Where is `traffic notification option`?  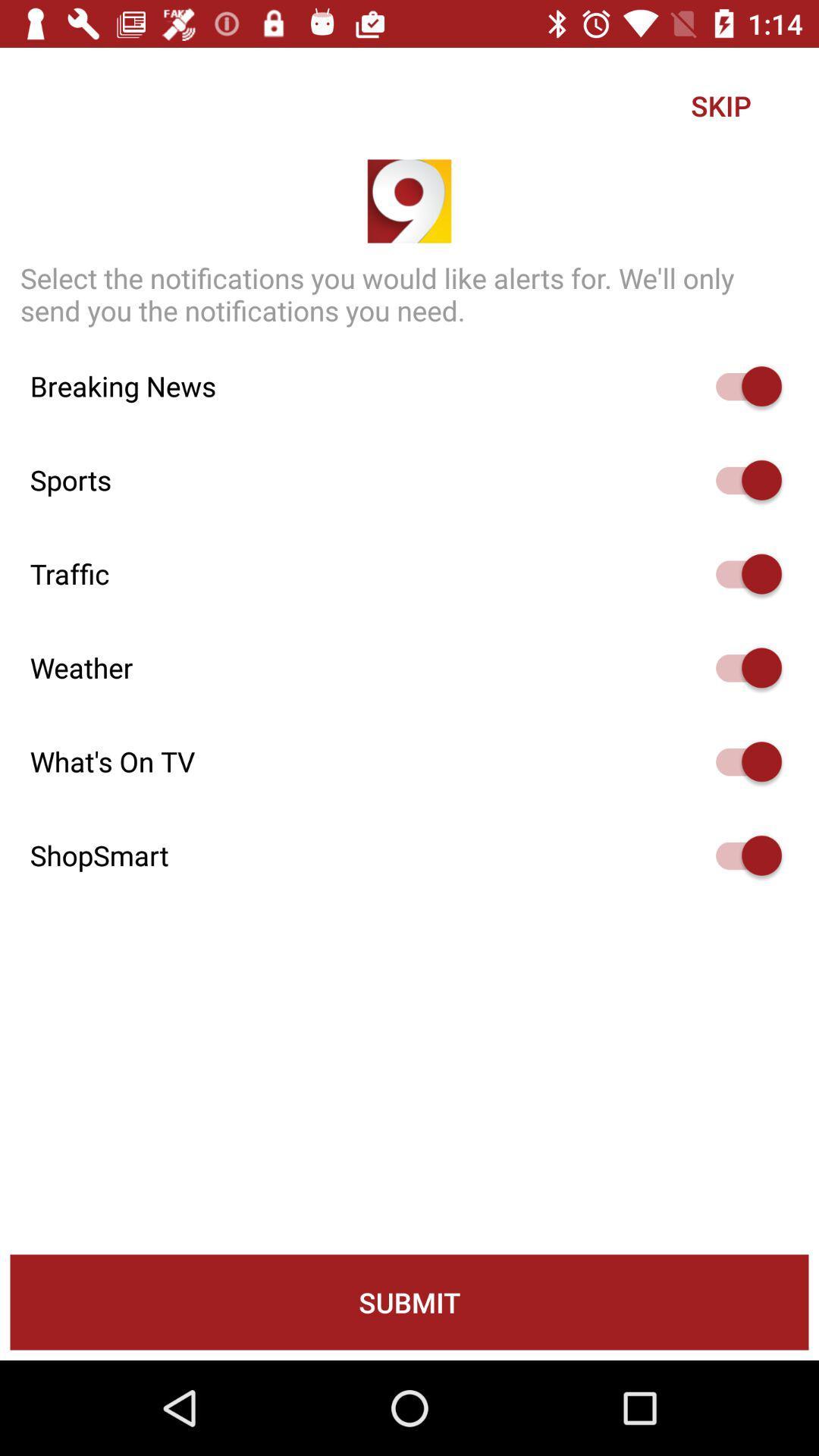
traffic notification option is located at coordinates (741, 573).